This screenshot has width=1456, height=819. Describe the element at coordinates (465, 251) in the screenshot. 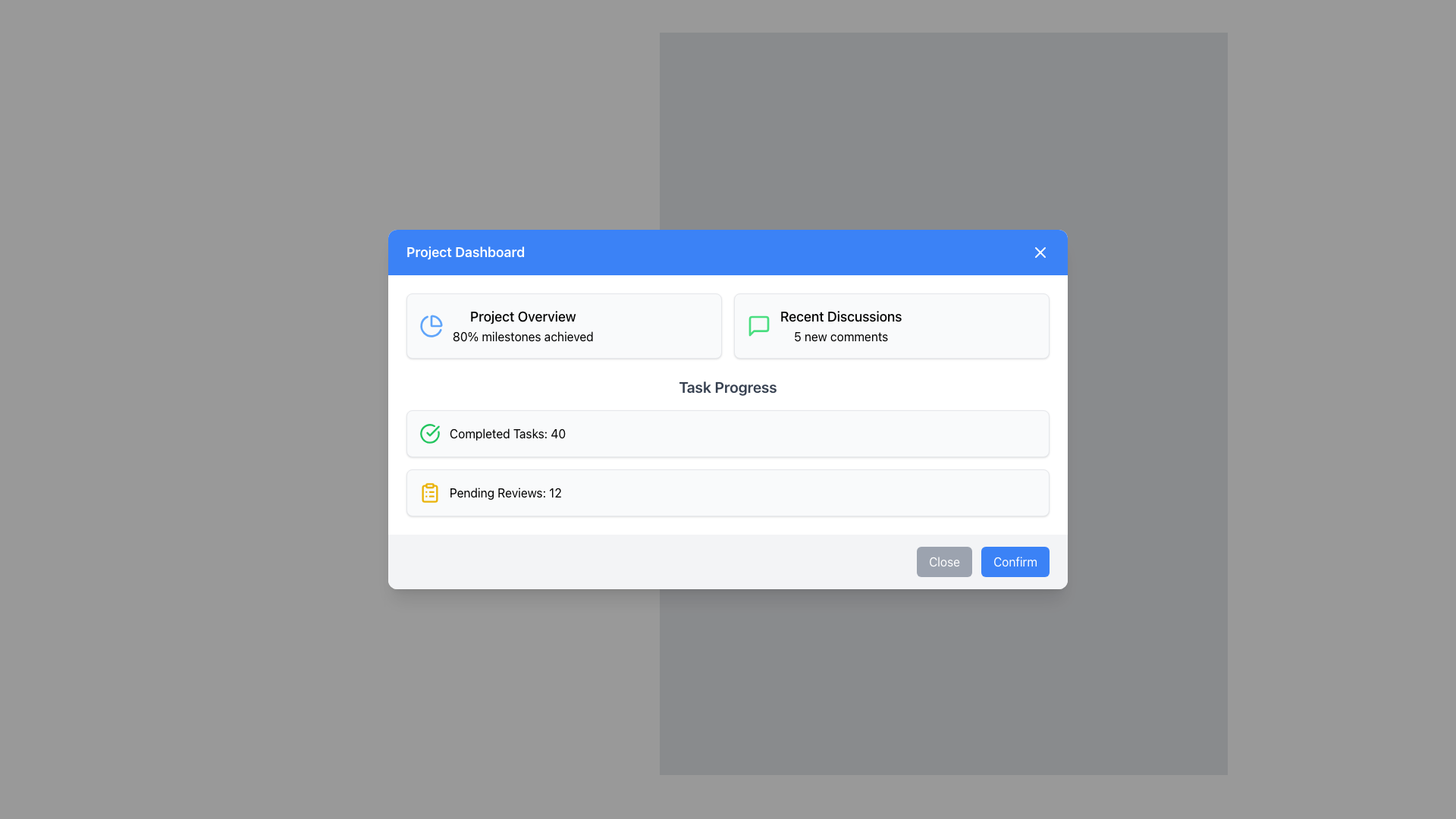

I see `the text label located at the top-left corner of the blue header bar in the modal` at that location.